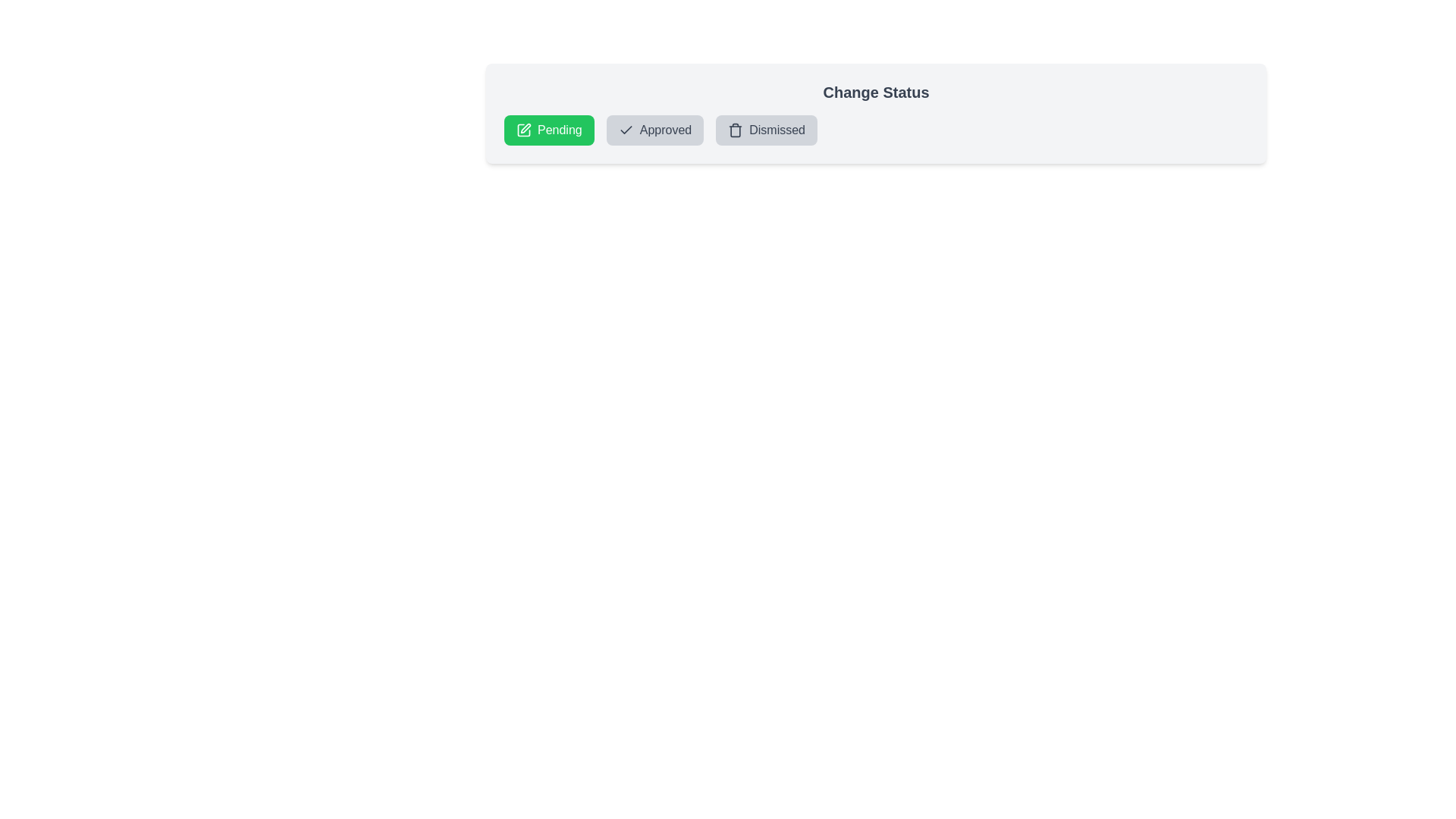 This screenshot has width=1456, height=819. I want to click on the status chip labeled 'Pending' to view its associated icon, so click(548, 130).